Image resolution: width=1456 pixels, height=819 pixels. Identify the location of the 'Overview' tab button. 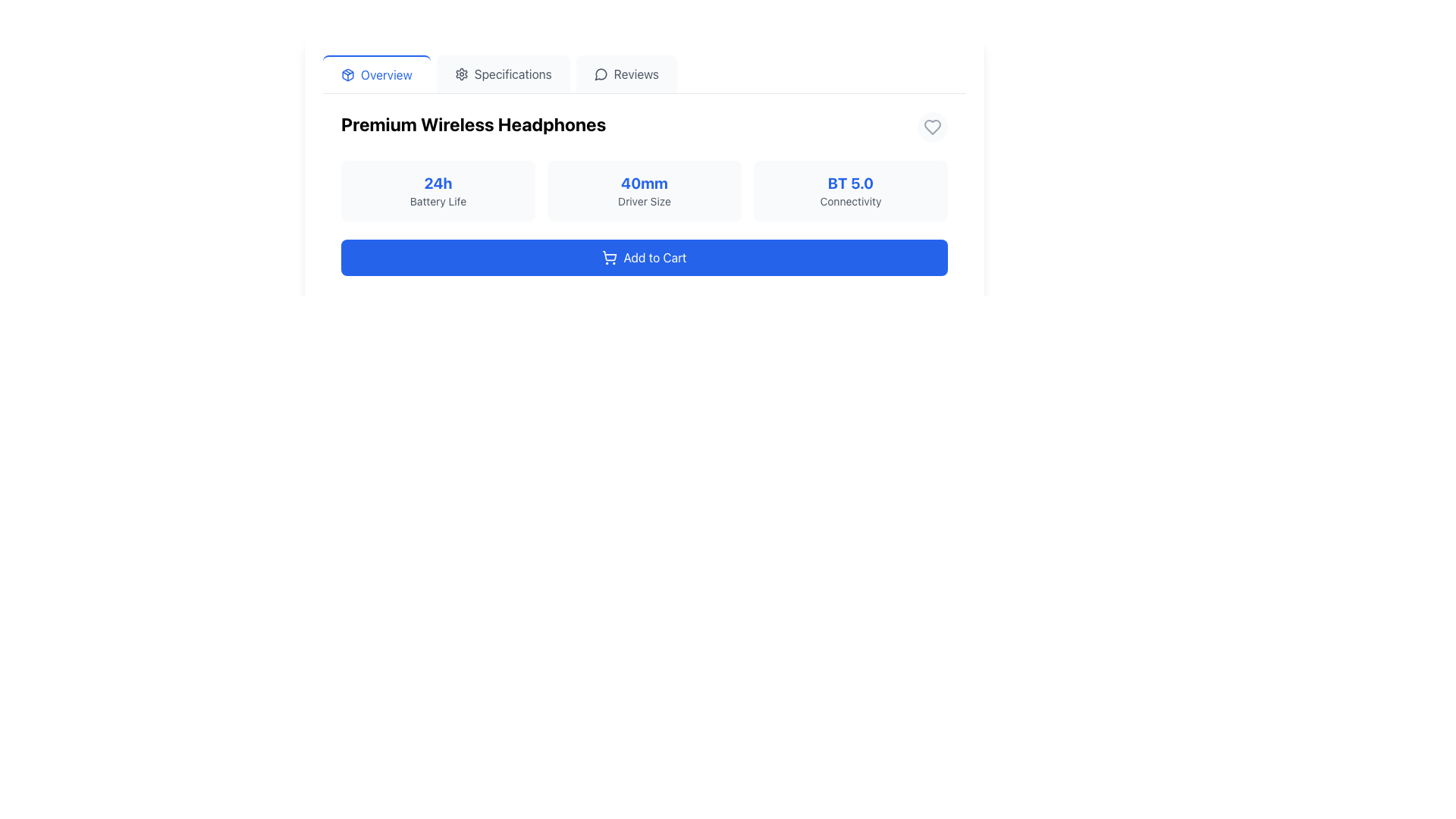
(376, 74).